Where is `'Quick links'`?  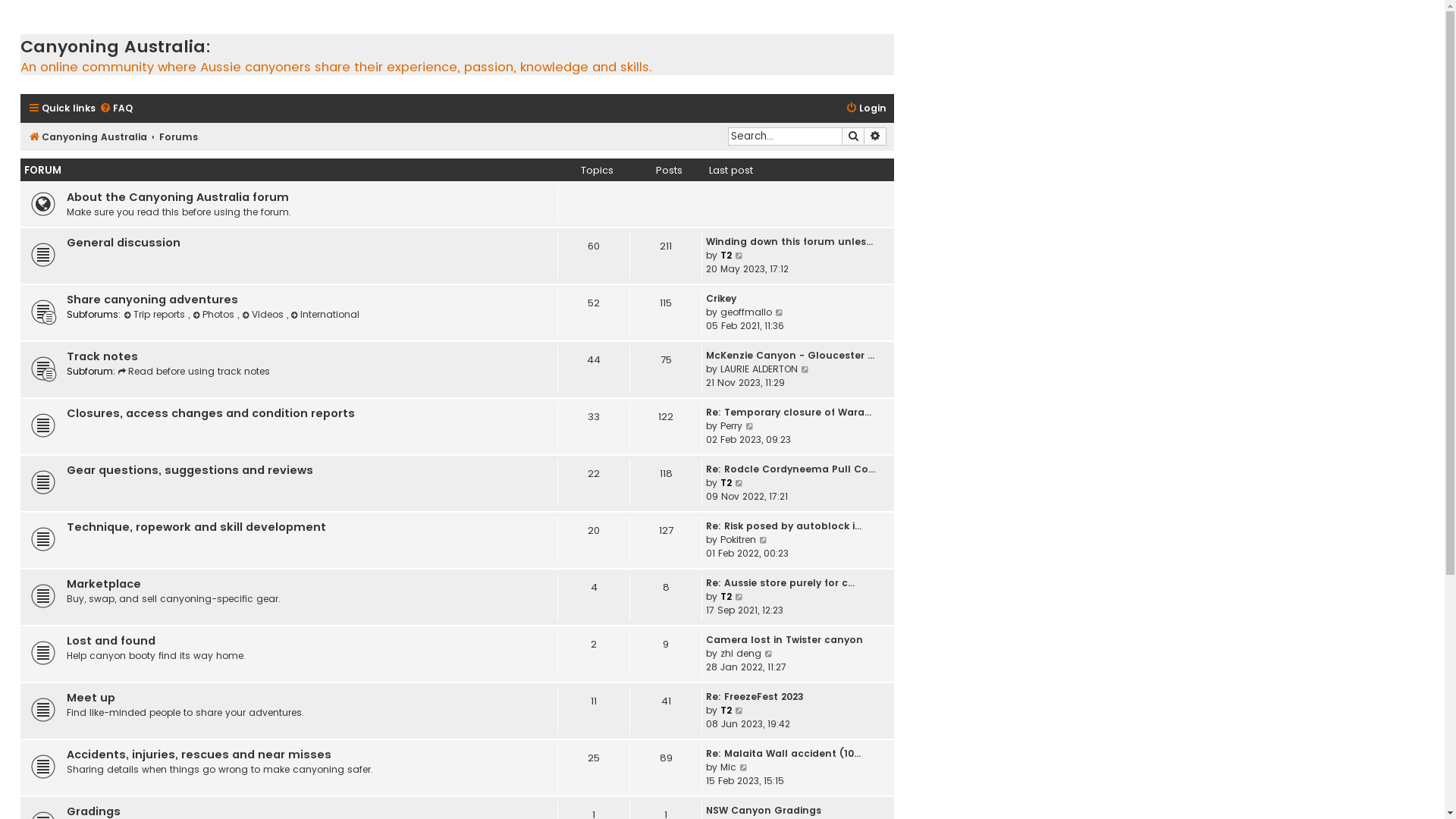 'Quick links' is located at coordinates (61, 108).